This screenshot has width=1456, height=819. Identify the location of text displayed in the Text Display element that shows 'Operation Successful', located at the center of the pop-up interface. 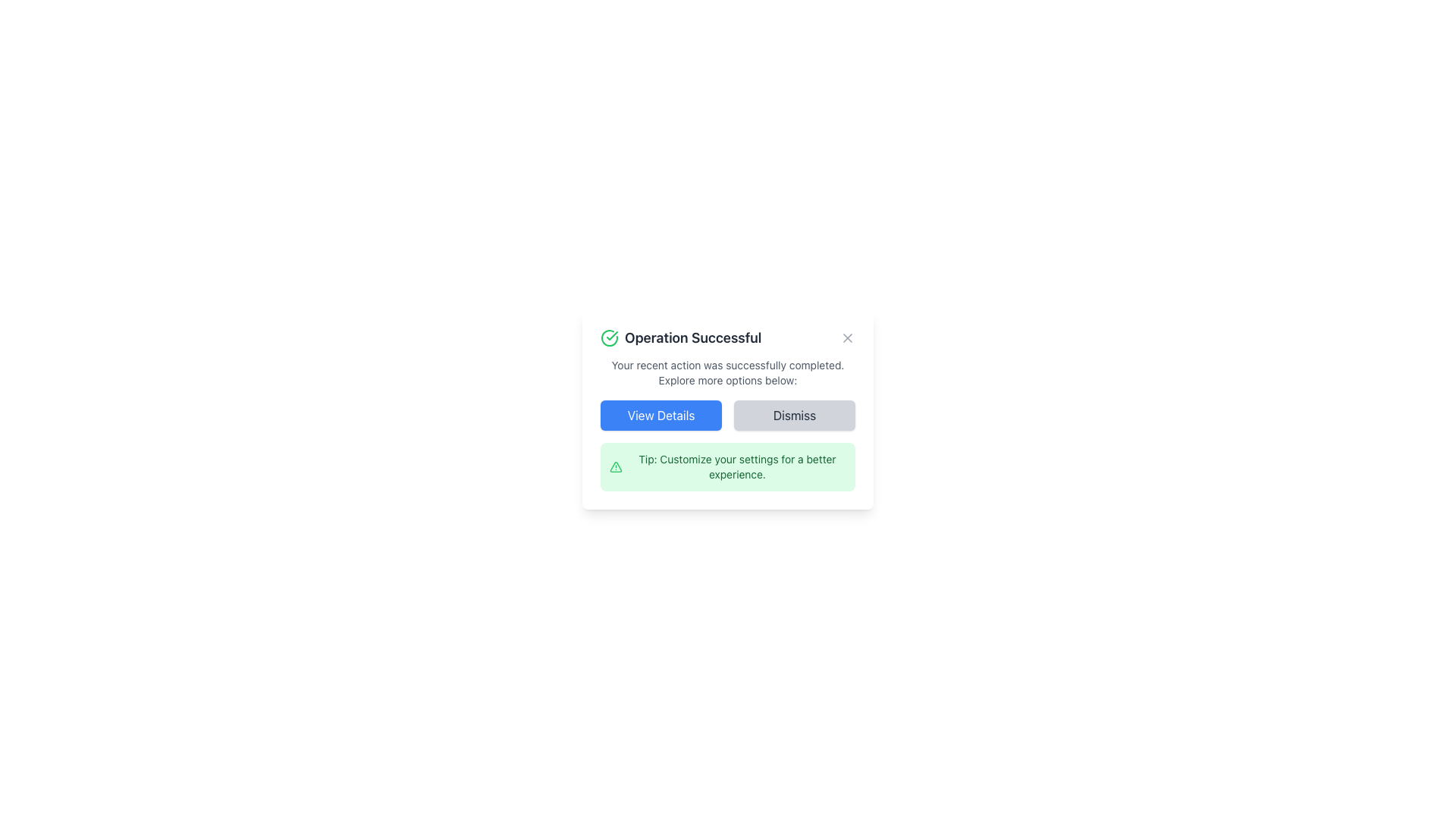
(692, 337).